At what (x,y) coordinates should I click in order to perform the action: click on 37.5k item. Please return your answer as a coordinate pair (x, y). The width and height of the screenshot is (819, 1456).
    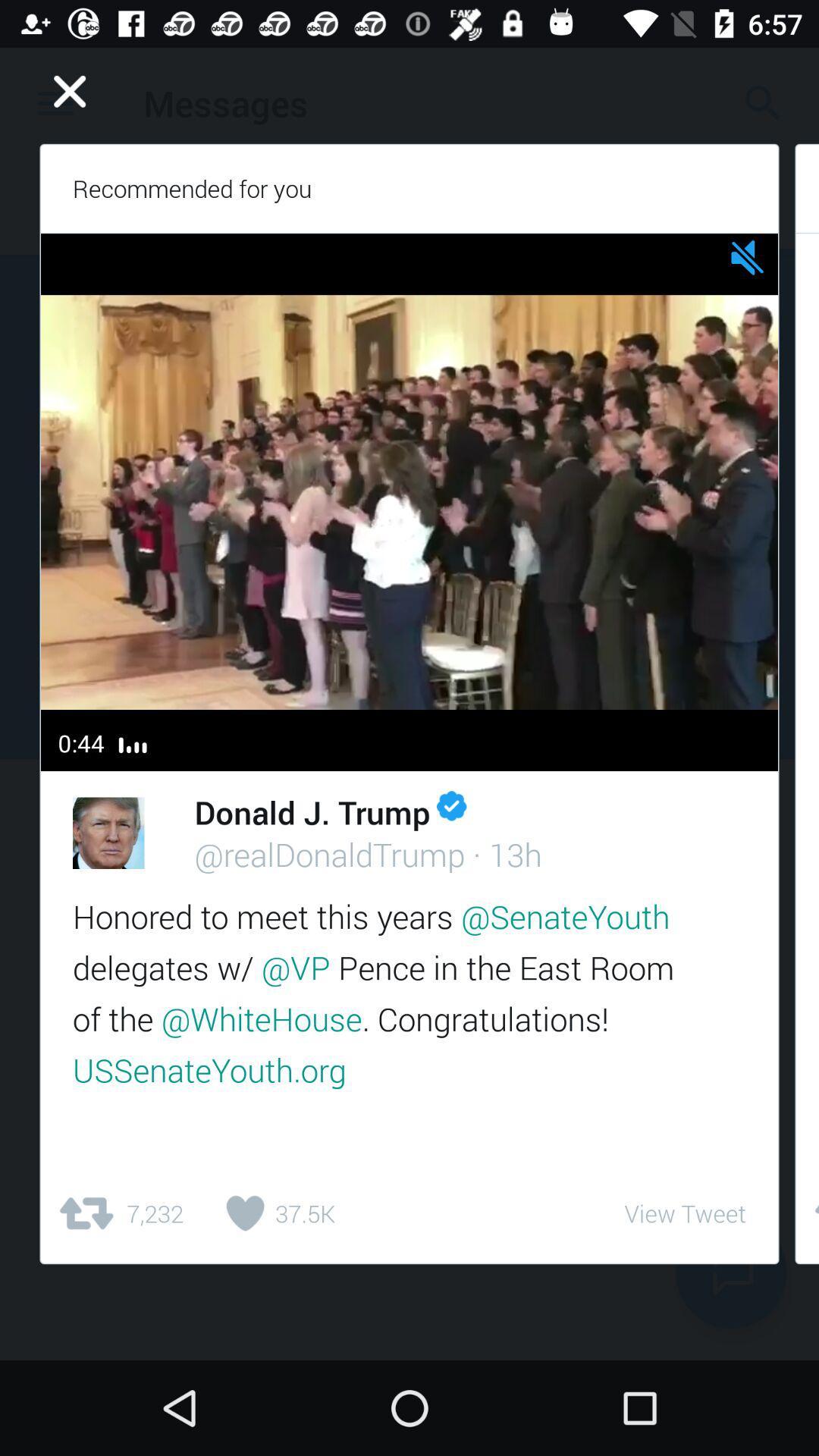
    Looking at the image, I should click on (275, 1213).